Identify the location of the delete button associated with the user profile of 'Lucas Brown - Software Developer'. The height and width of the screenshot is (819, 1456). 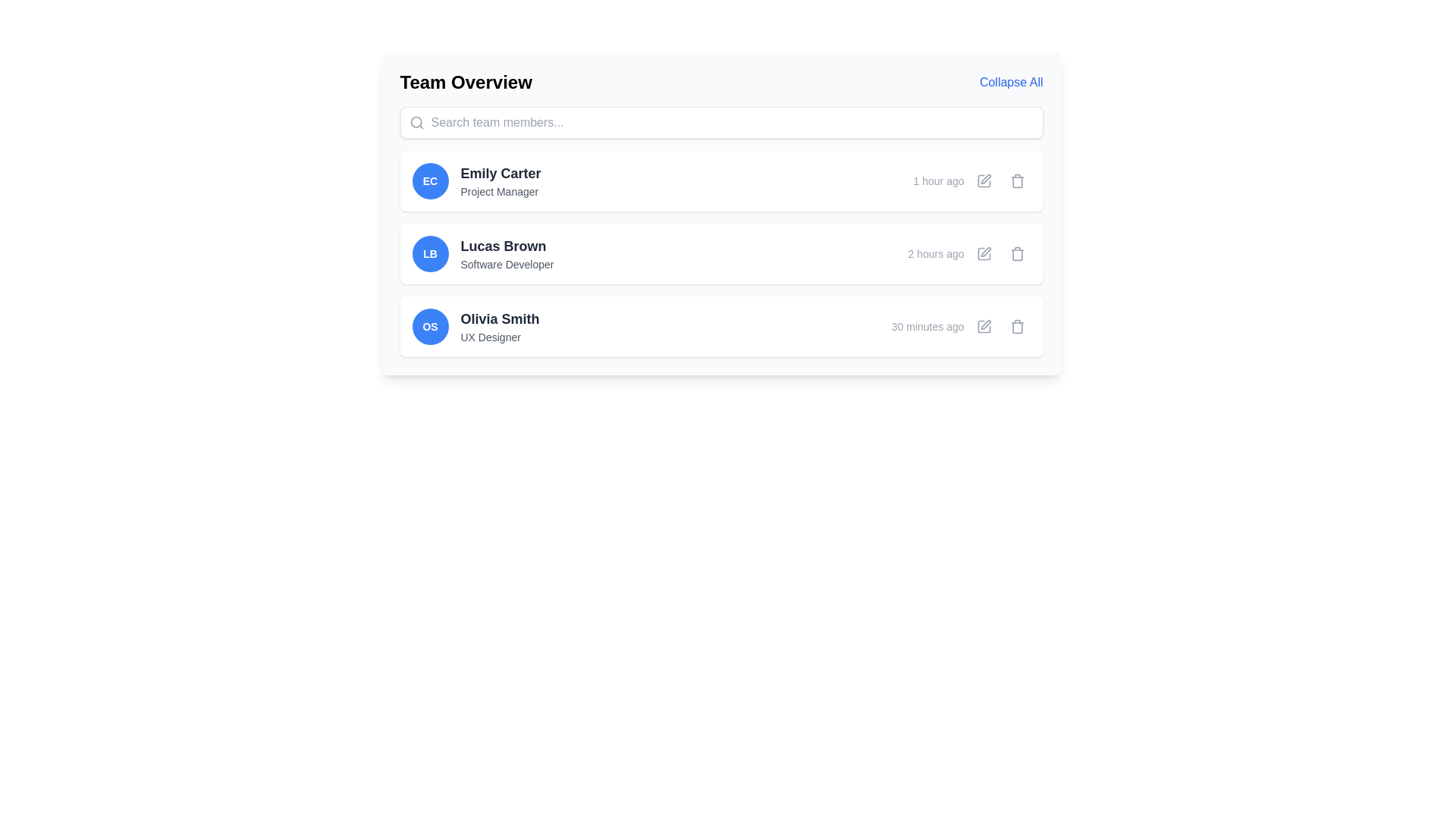
(1017, 253).